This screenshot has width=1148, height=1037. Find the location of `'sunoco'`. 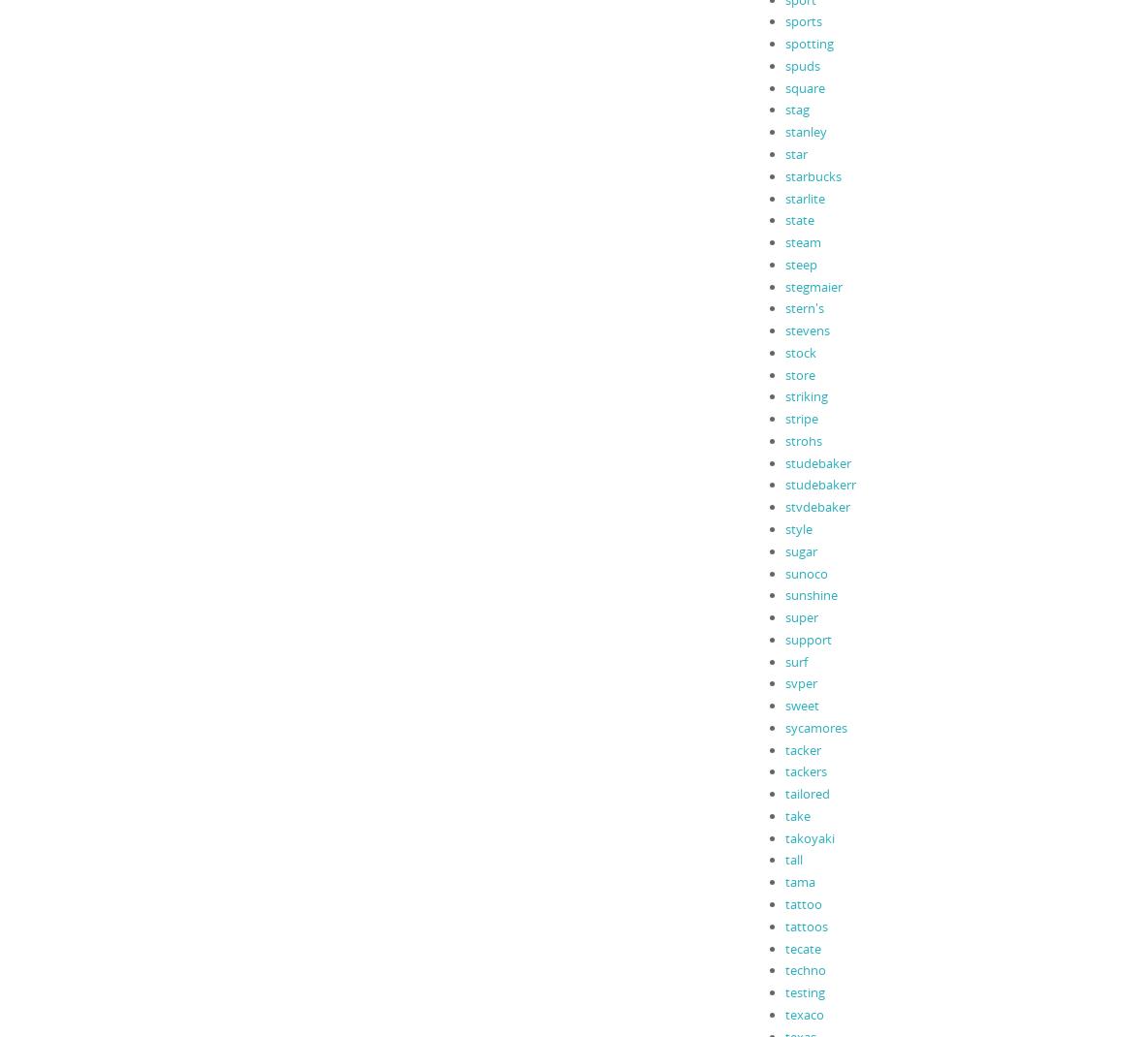

'sunoco' is located at coordinates (806, 571).